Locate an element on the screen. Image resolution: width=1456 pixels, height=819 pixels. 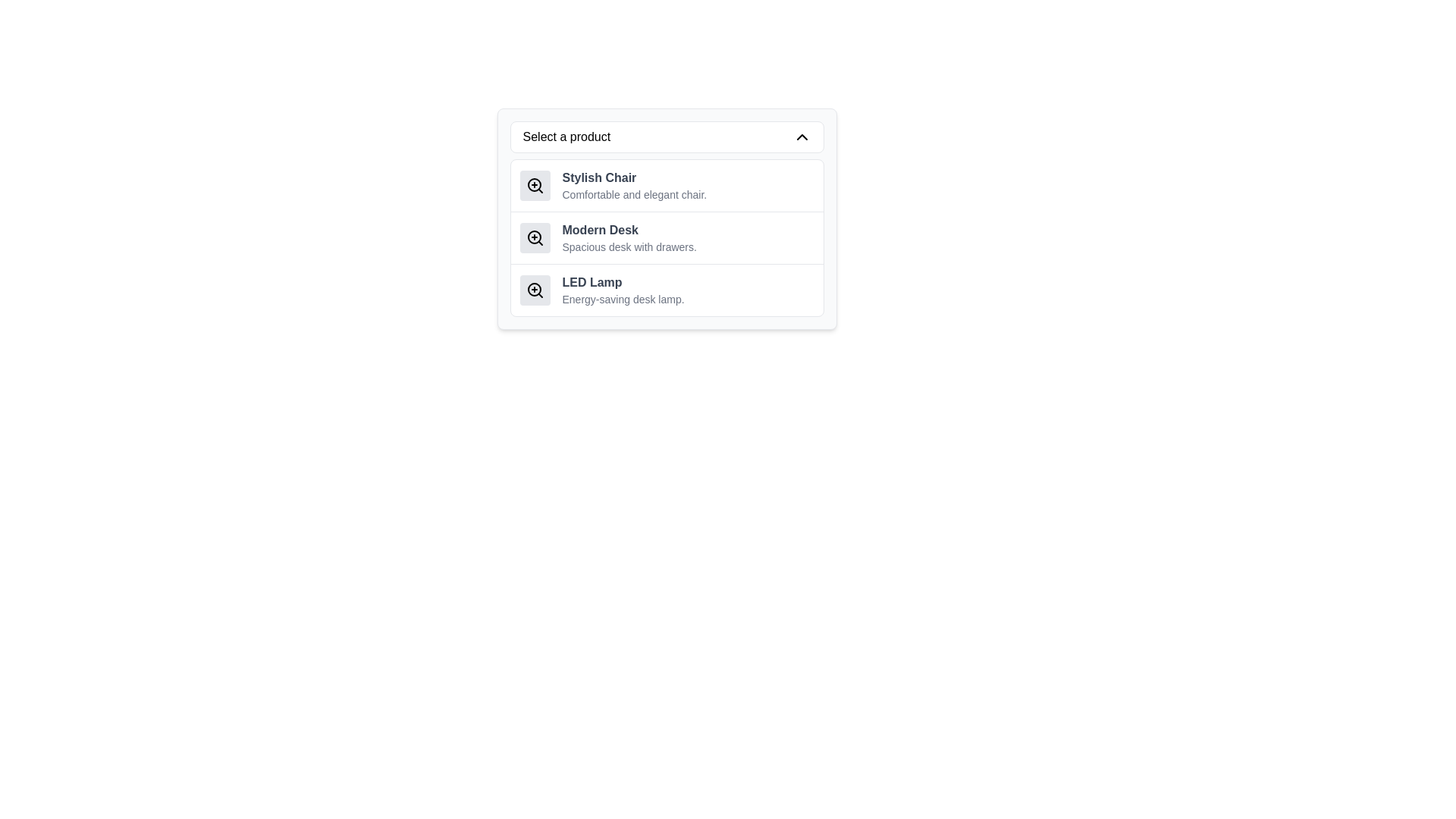
the zoom-in icon, which is the third icon in a vertical list located is located at coordinates (535, 290).